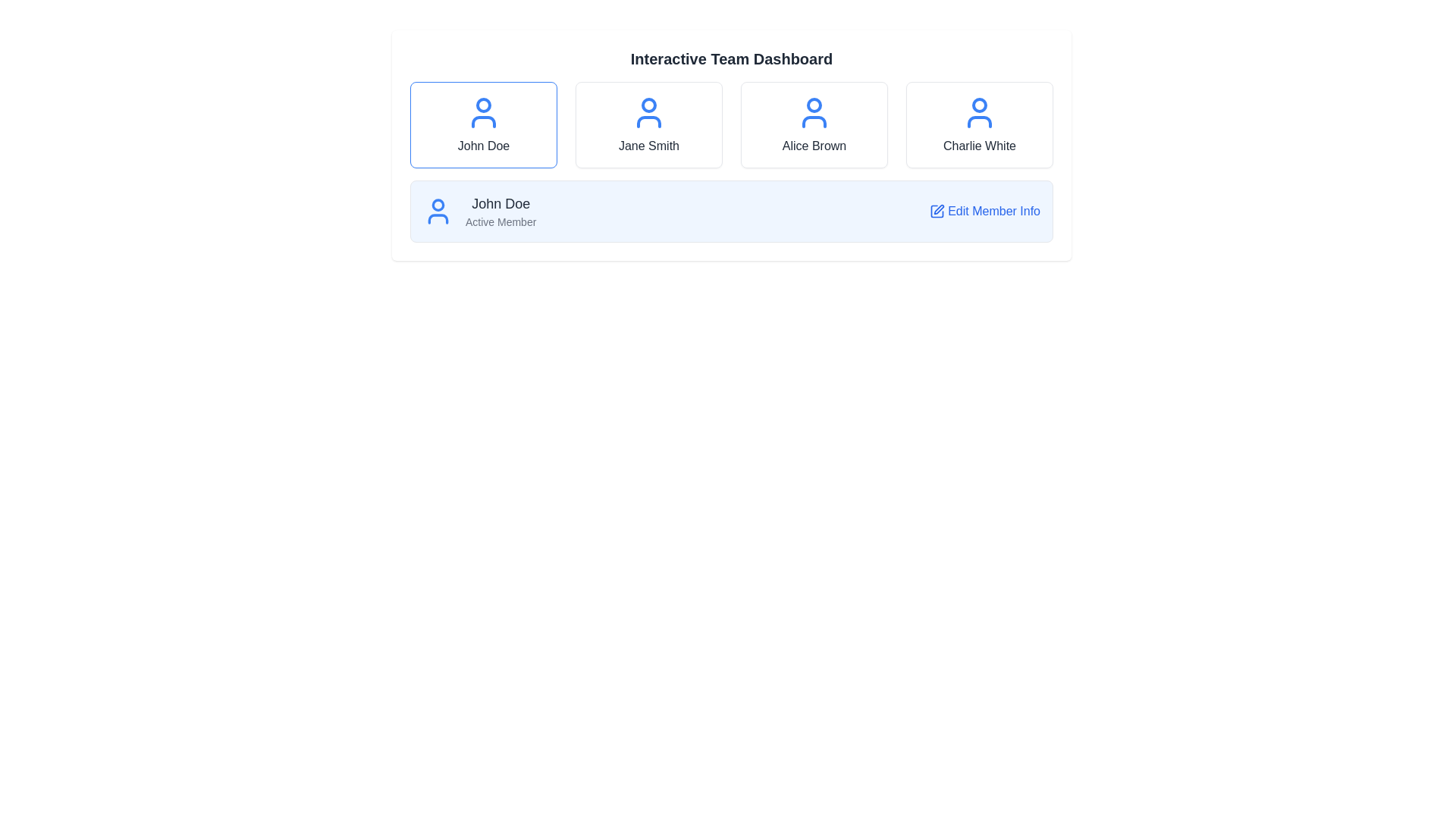 The width and height of the screenshot is (1456, 819). Describe the element at coordinates (437, 219) in the screenshot. I see `the shoulder area of the user icon representing 'John Doe', which is a stylized part of the icon in high-contrast blue` at that location.